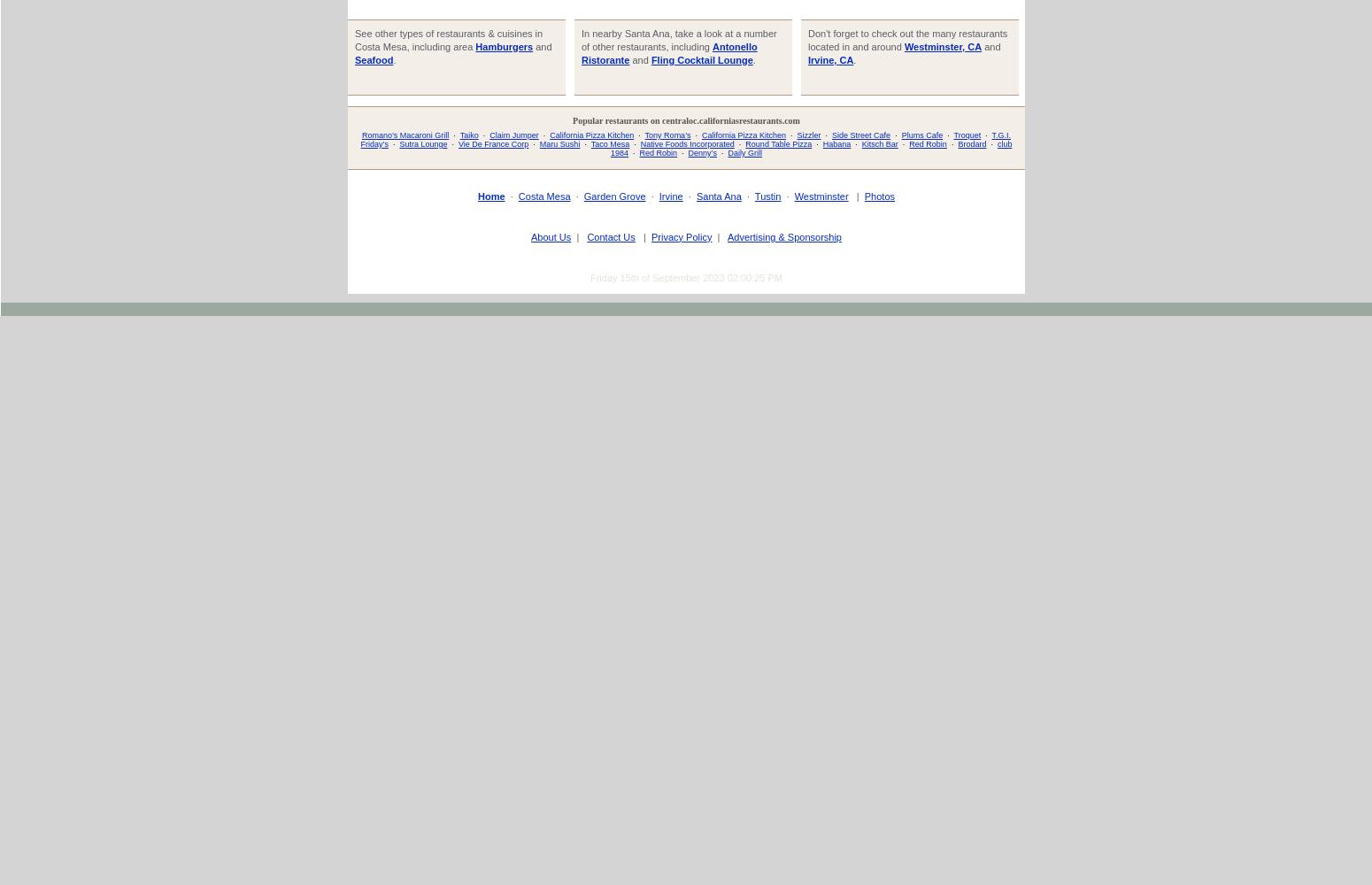  What do you see at coordinates (807, 39) in the screenshot?
I see `'Don't forget to check out the many restaurants located in and around'` at bounding box center [807, 39].